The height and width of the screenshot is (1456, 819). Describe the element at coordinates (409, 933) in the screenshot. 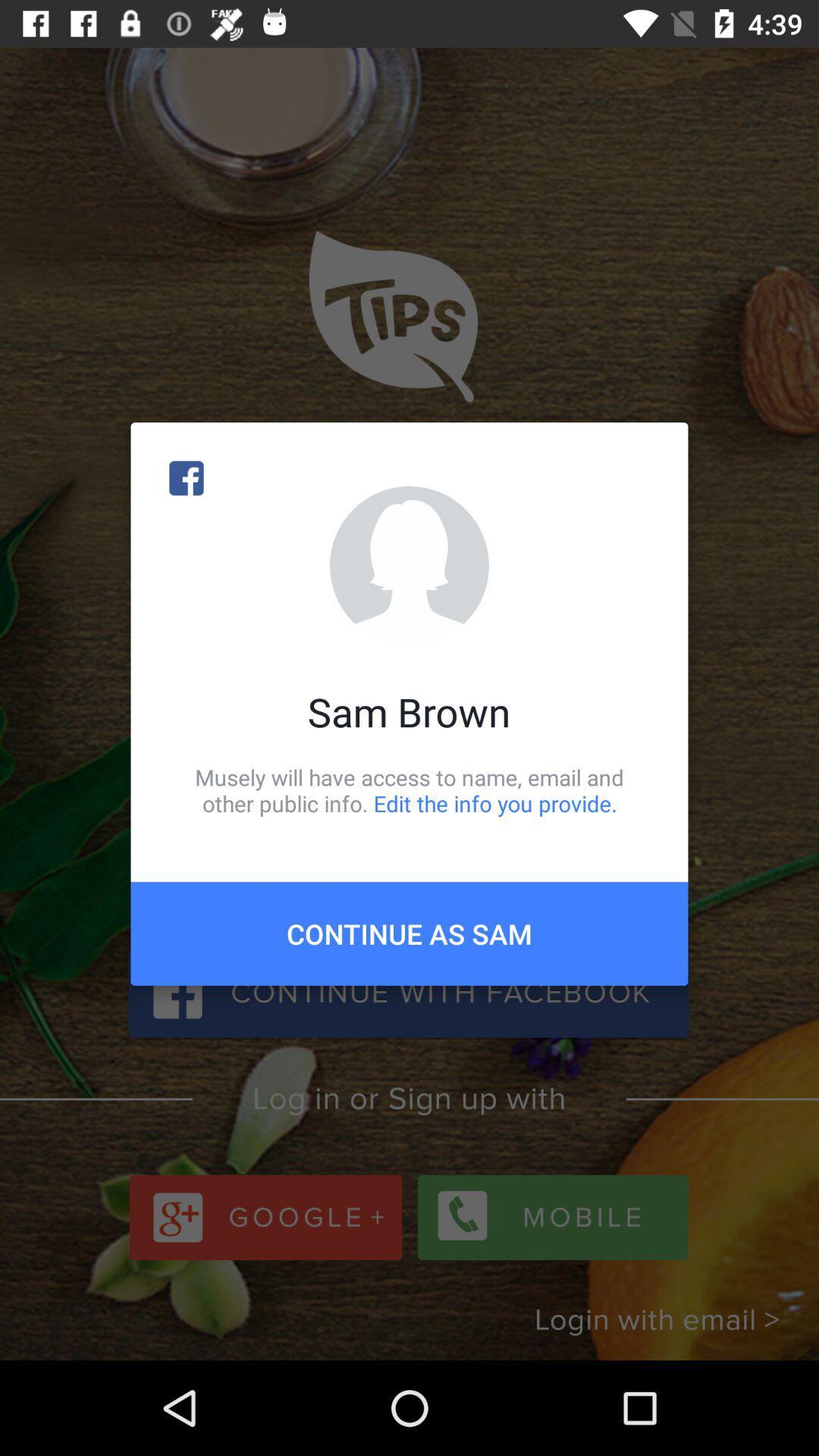

I see `icon below musely will have item` at that location.